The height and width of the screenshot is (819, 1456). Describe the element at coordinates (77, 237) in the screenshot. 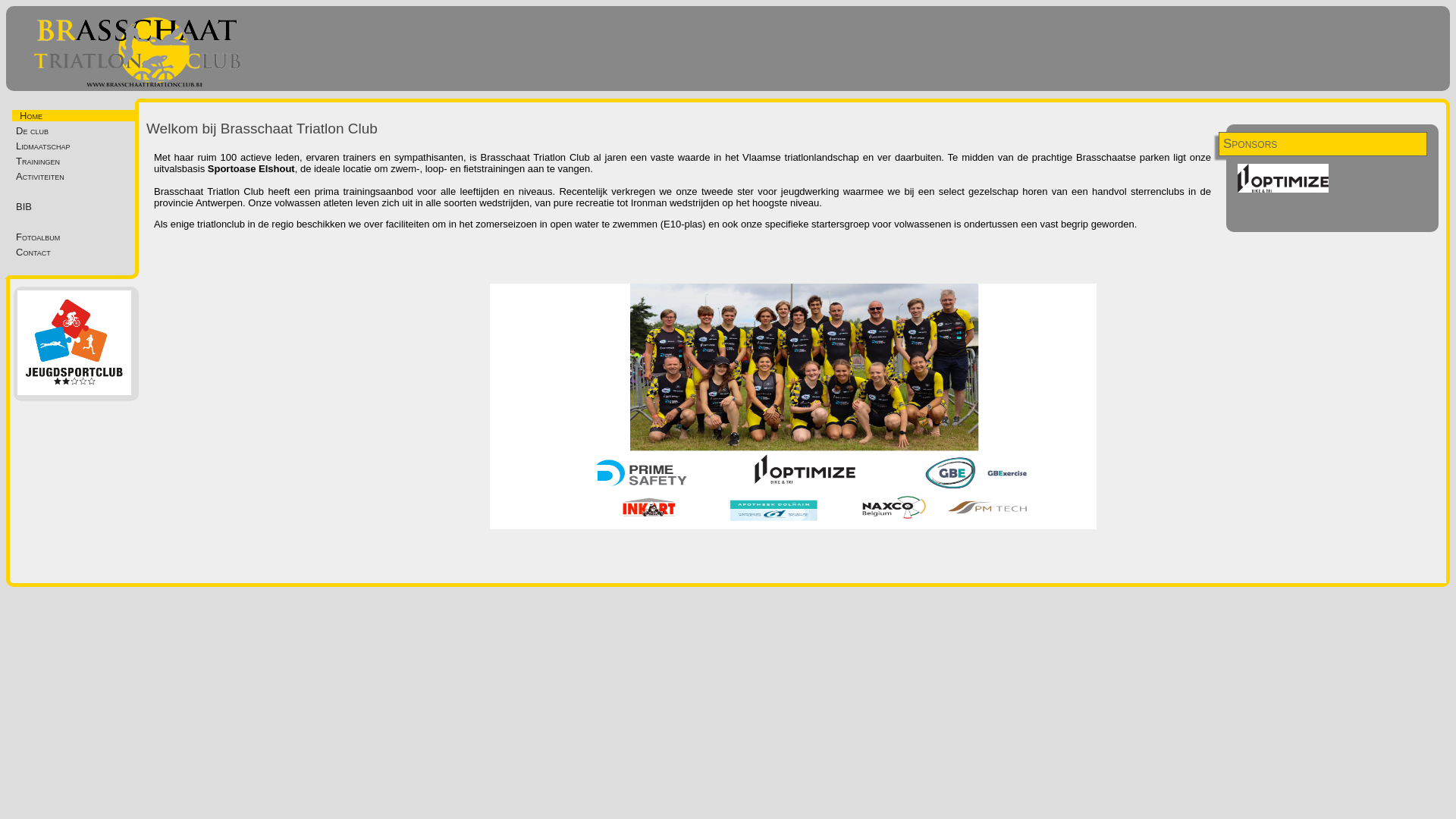

I see `'Fotoalbum'` at that location.